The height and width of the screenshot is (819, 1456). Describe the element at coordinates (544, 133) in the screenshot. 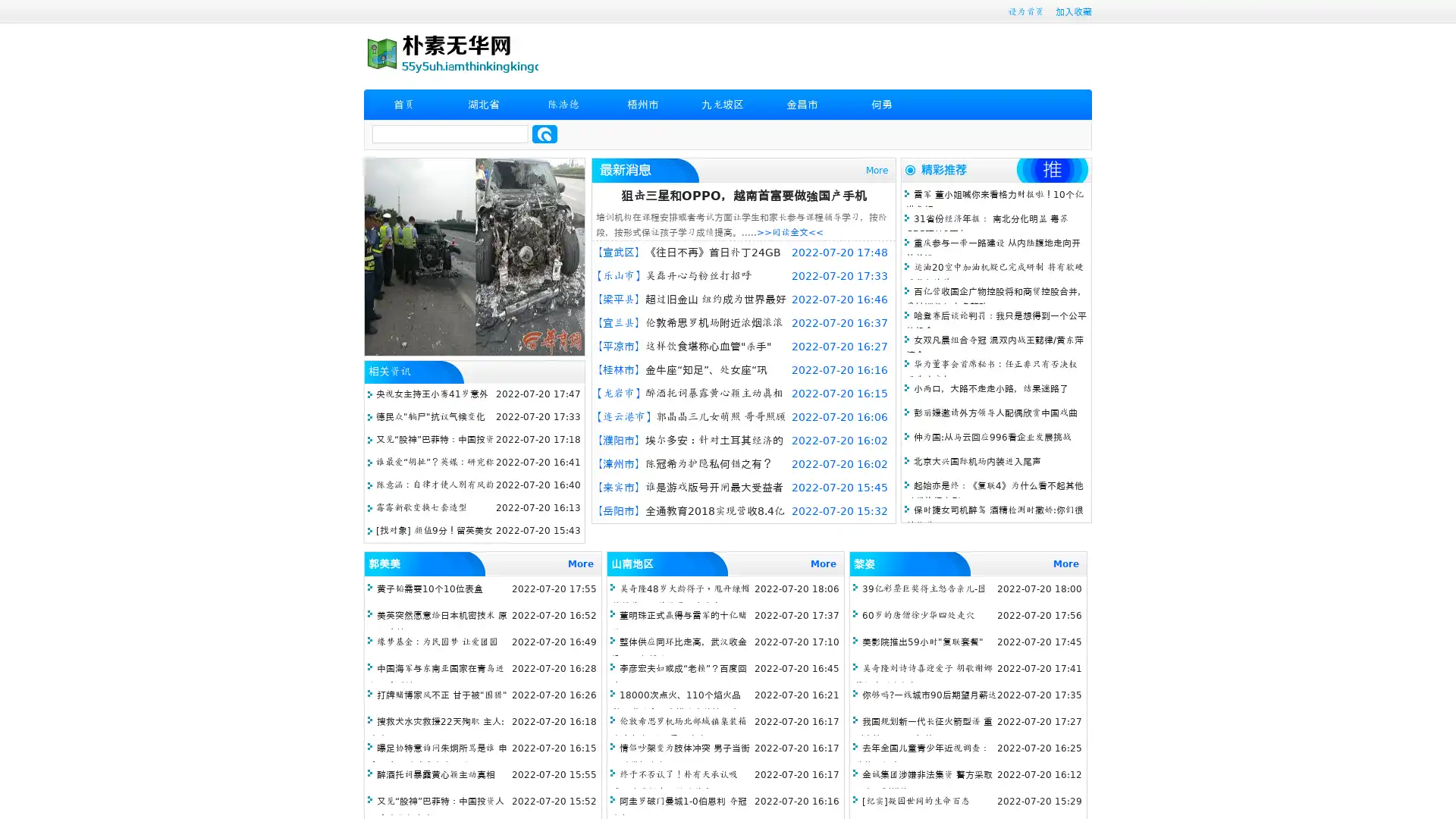

I see `Search` at that location.